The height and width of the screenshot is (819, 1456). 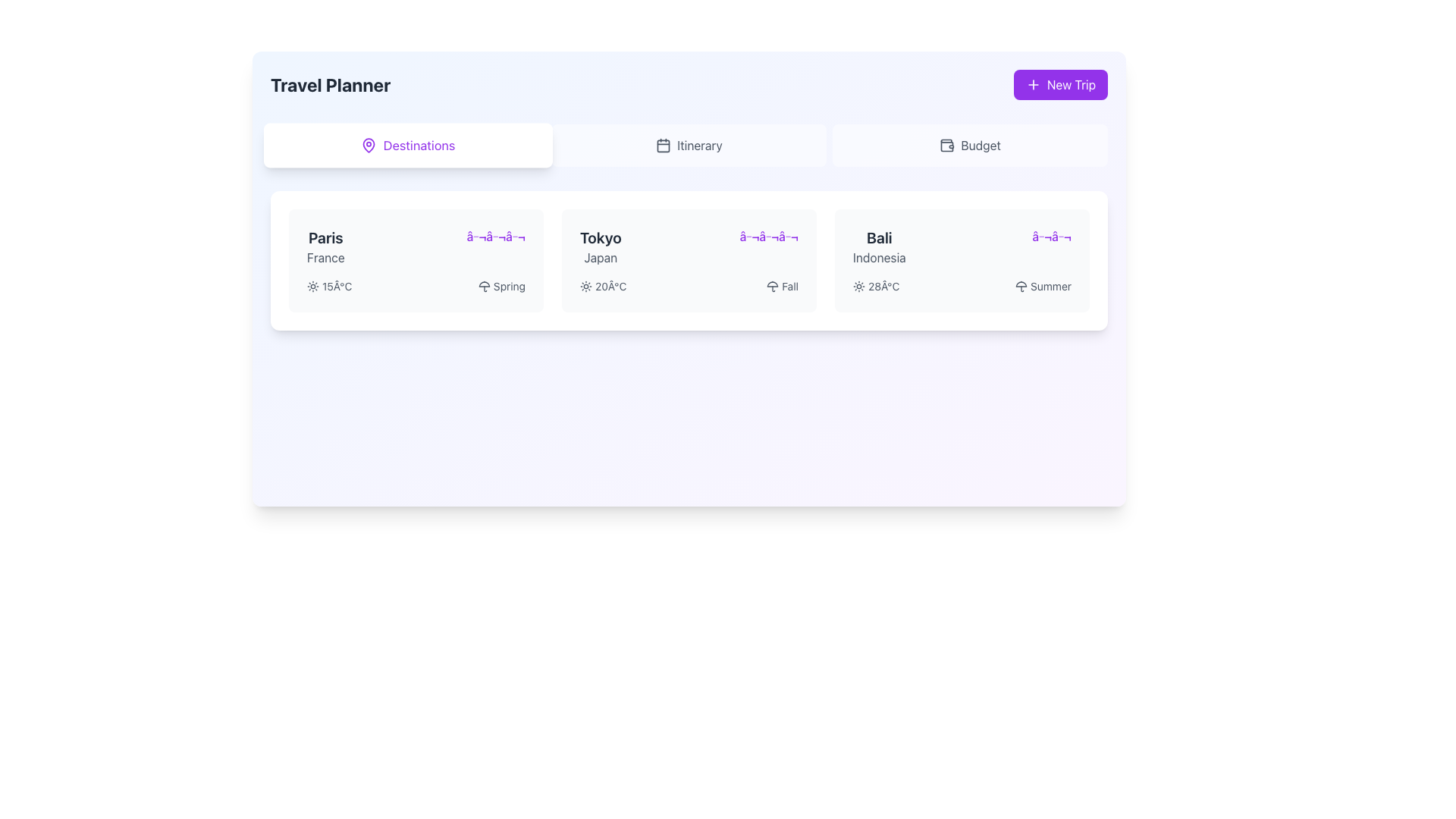 What do you see at coordinates (325, 246) in the screenshot?
I see `the text label identifying the travel destination 'Paris, France' located in the top-left corner of the first card in the 'Destinations' section` at bounding box center [325, 246].